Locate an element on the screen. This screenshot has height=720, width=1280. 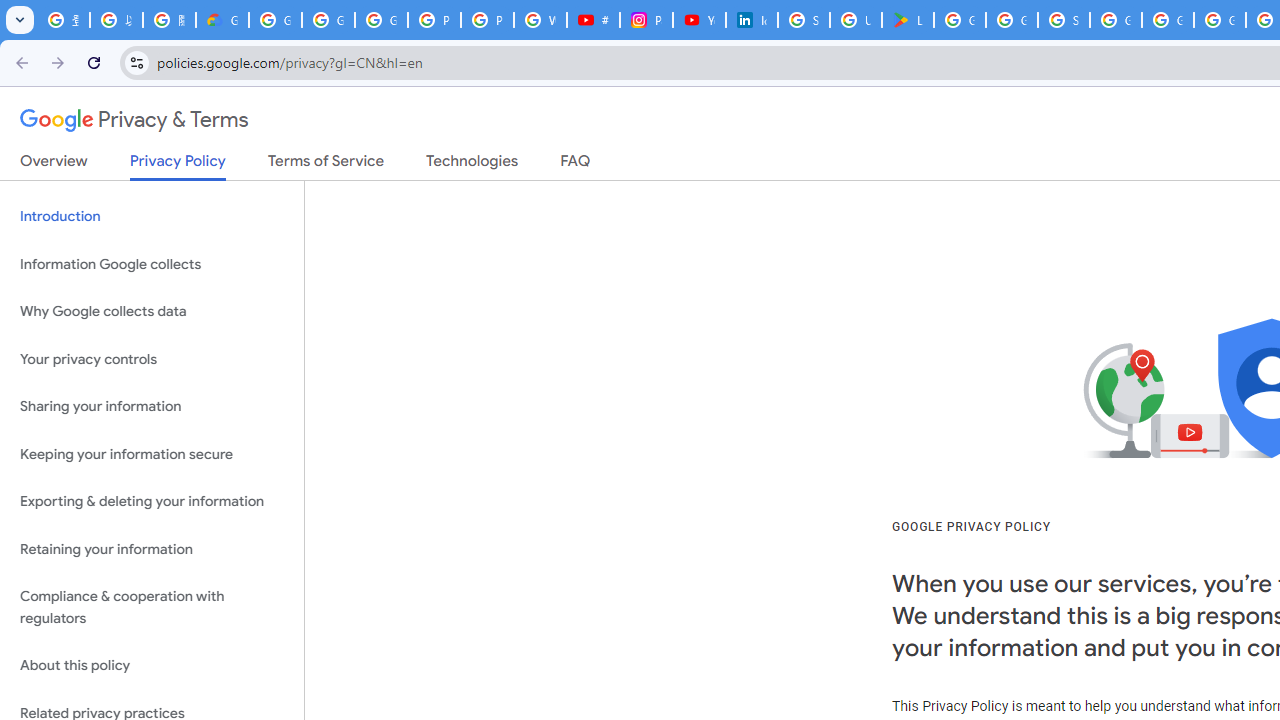
'About this policy' is located at coordinates (151, 666).